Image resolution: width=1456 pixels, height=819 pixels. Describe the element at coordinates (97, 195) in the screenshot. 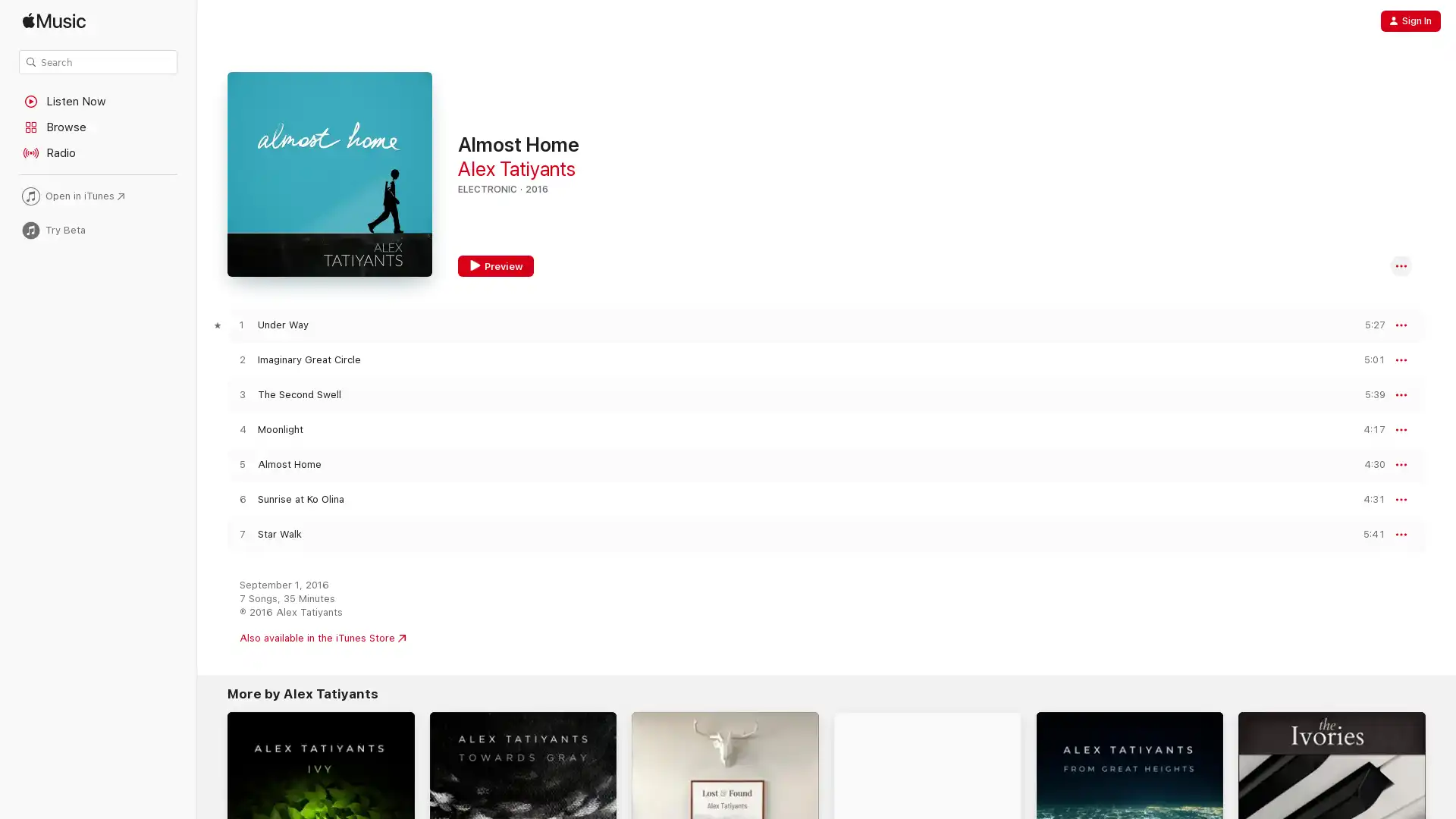

I see `Open in iTunes` at that location.